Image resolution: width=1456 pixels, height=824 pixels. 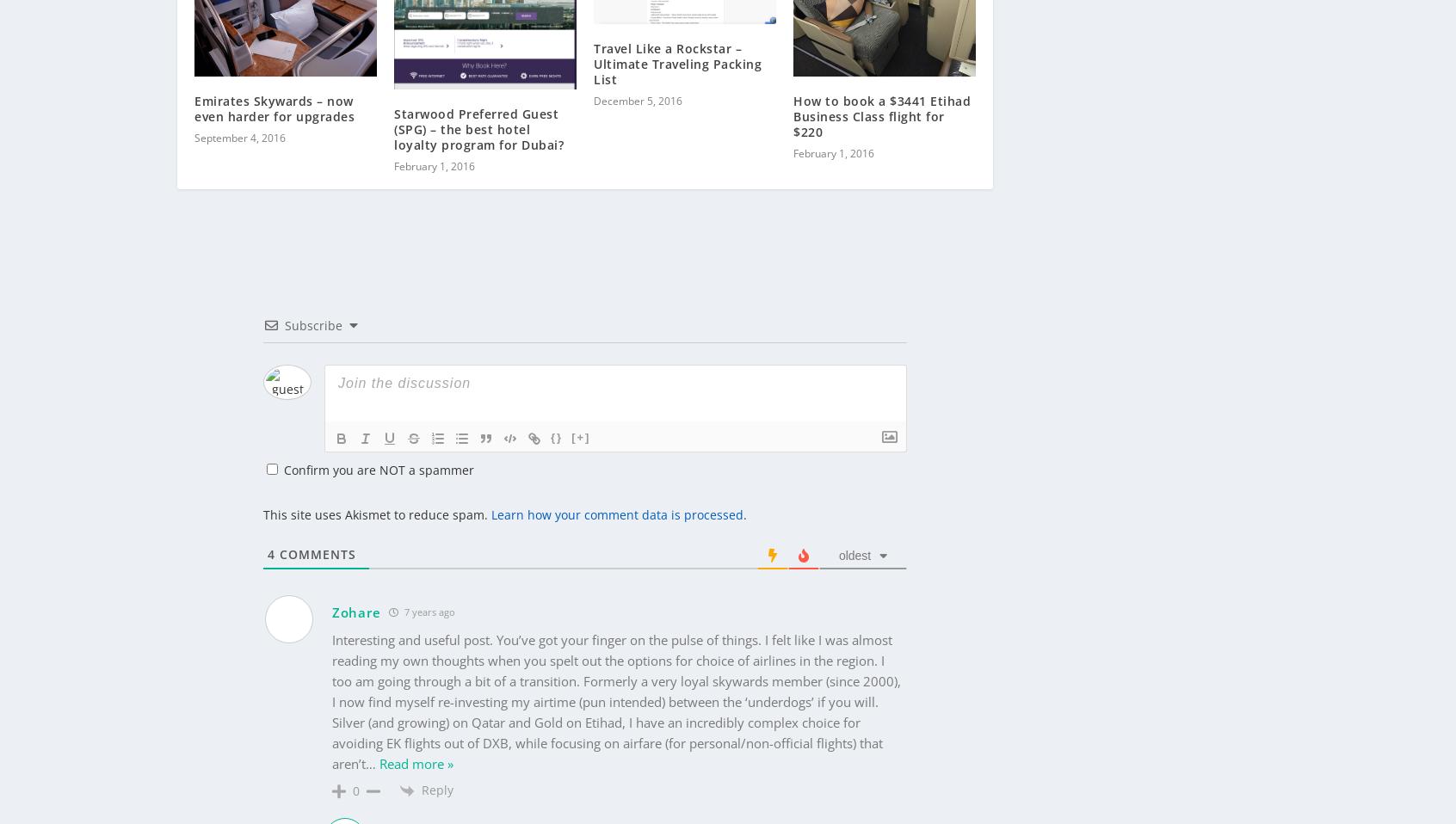 What do you see at coordinates (854, 527) in the screenshot?
I see `'oldest'` at bounding box center [854, 527].